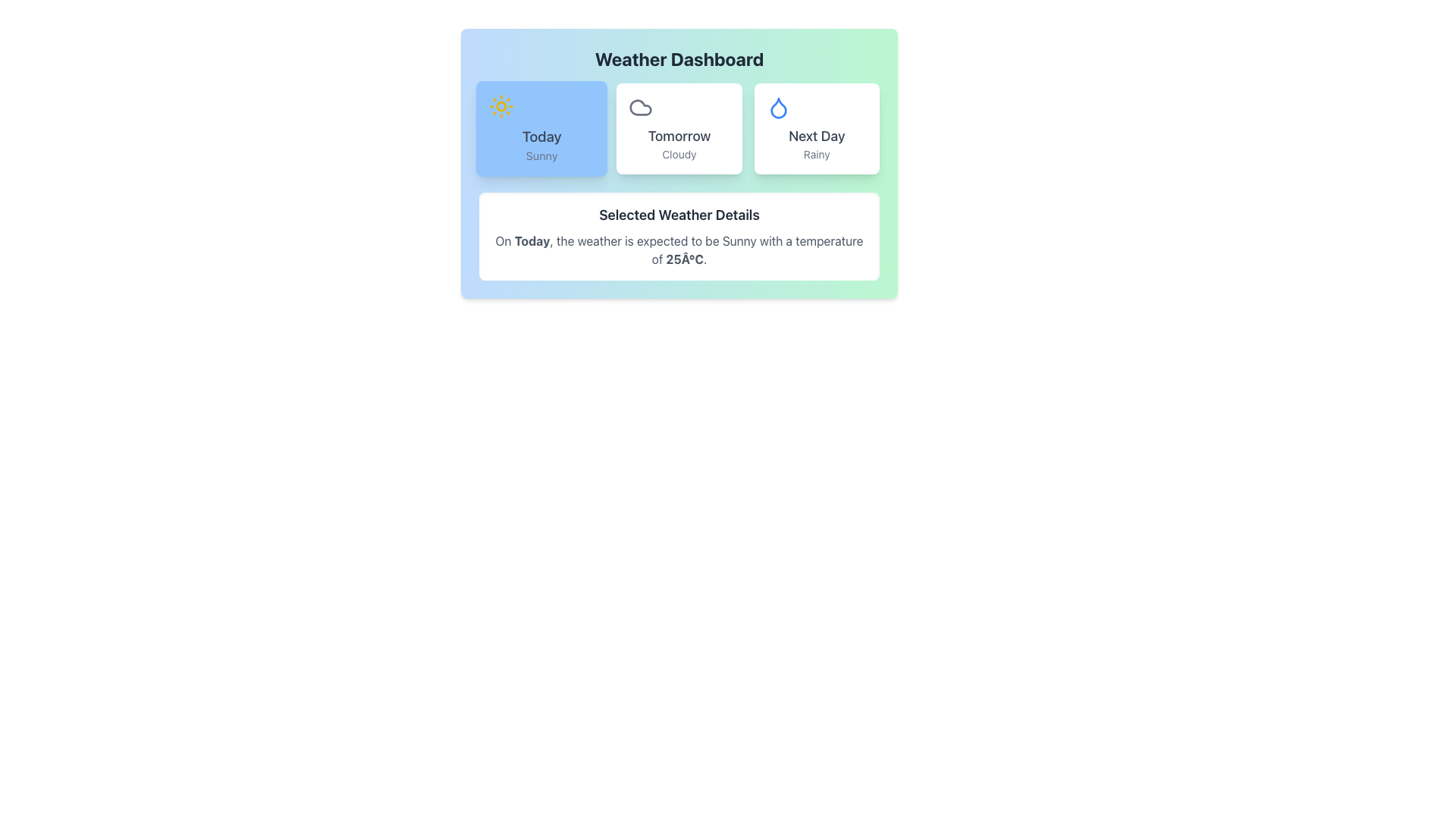 This screenshot has height=819, width=1456. What do you see at coordinates (501, 105) in the screenshot?
I see `the sunny weather icon located in the top-left section of the weather dashboard, which visually represents the label 'Today'` at bounding box center [501, 105].